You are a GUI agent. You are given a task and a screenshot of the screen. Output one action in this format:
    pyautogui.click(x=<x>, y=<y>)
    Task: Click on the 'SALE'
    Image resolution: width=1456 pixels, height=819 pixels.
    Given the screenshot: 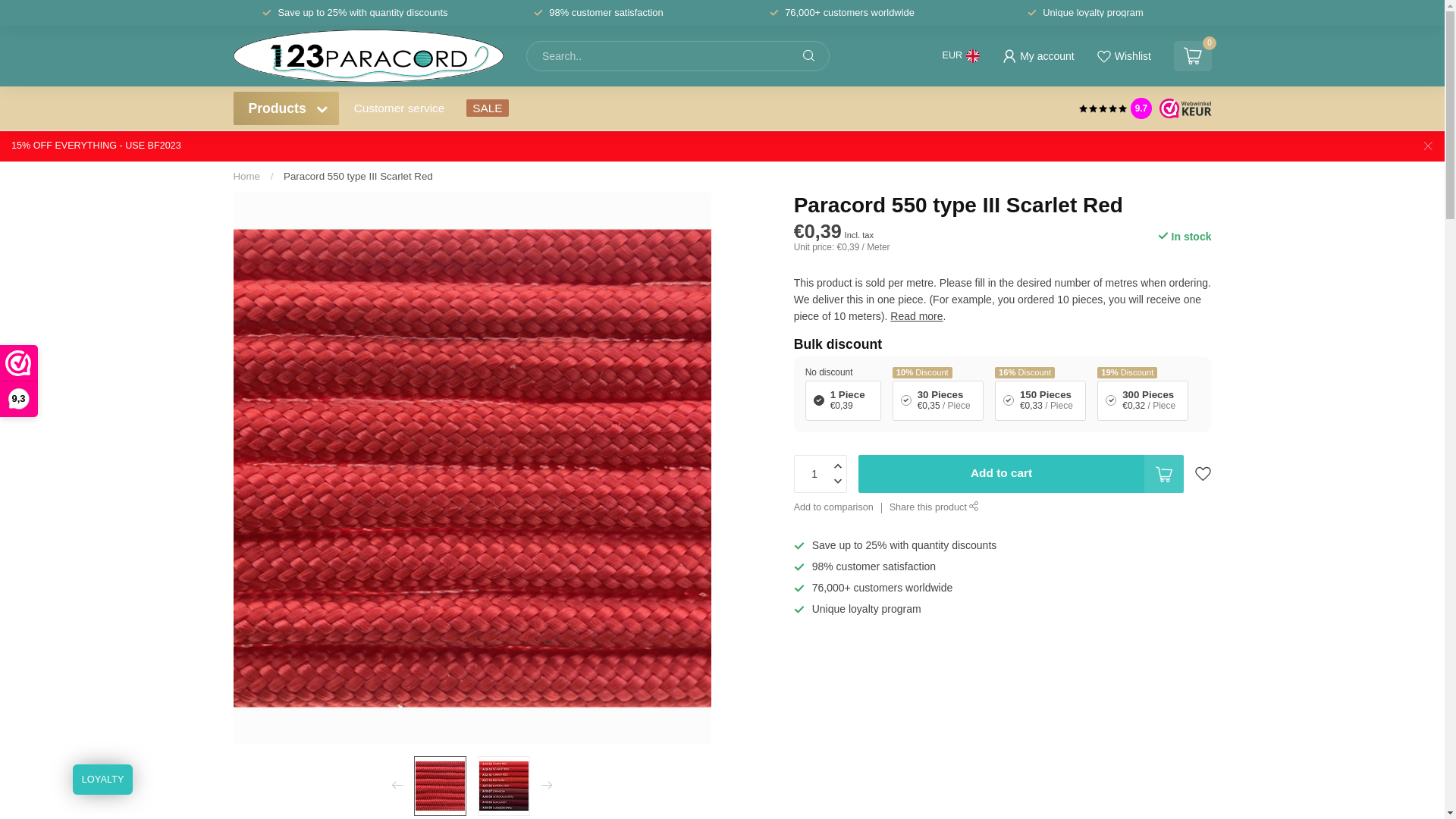 What is the action you would take?
    pyautogui.click(x=487, y=107)
    